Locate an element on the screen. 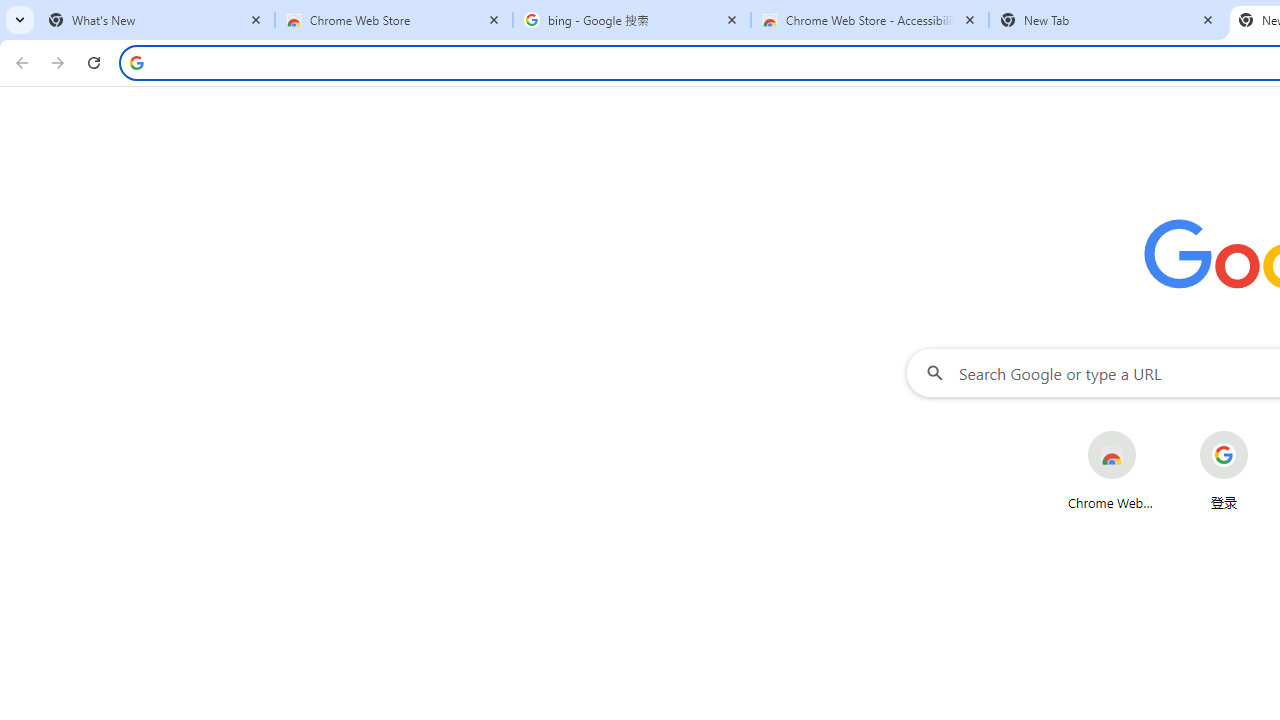 The image size is (1280, 720). 'What' is located at coordinates (155, 20).